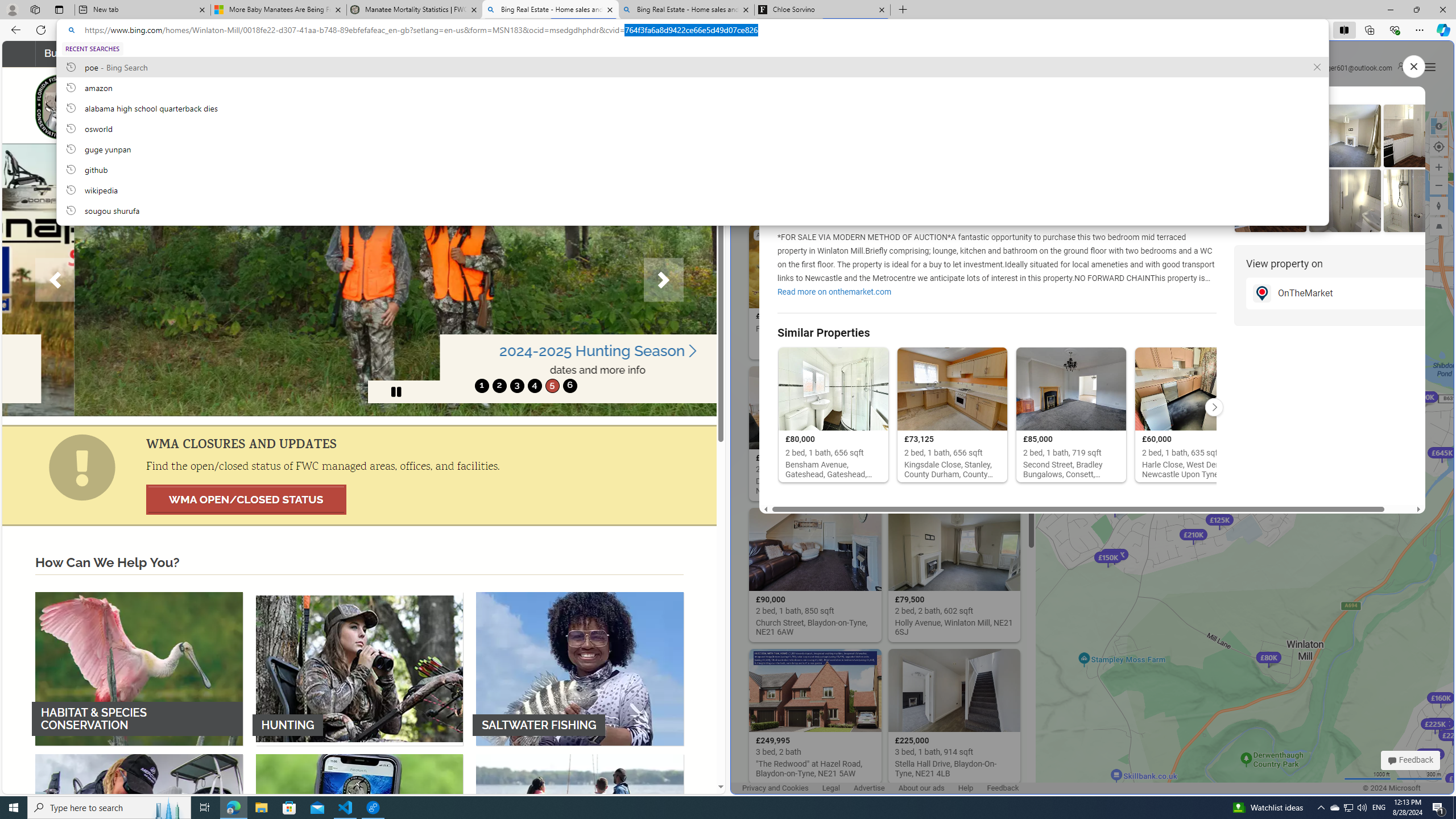 This screenshot has height=819, width=1456. I want to click on 'move to slide 6', so click(568, 385).